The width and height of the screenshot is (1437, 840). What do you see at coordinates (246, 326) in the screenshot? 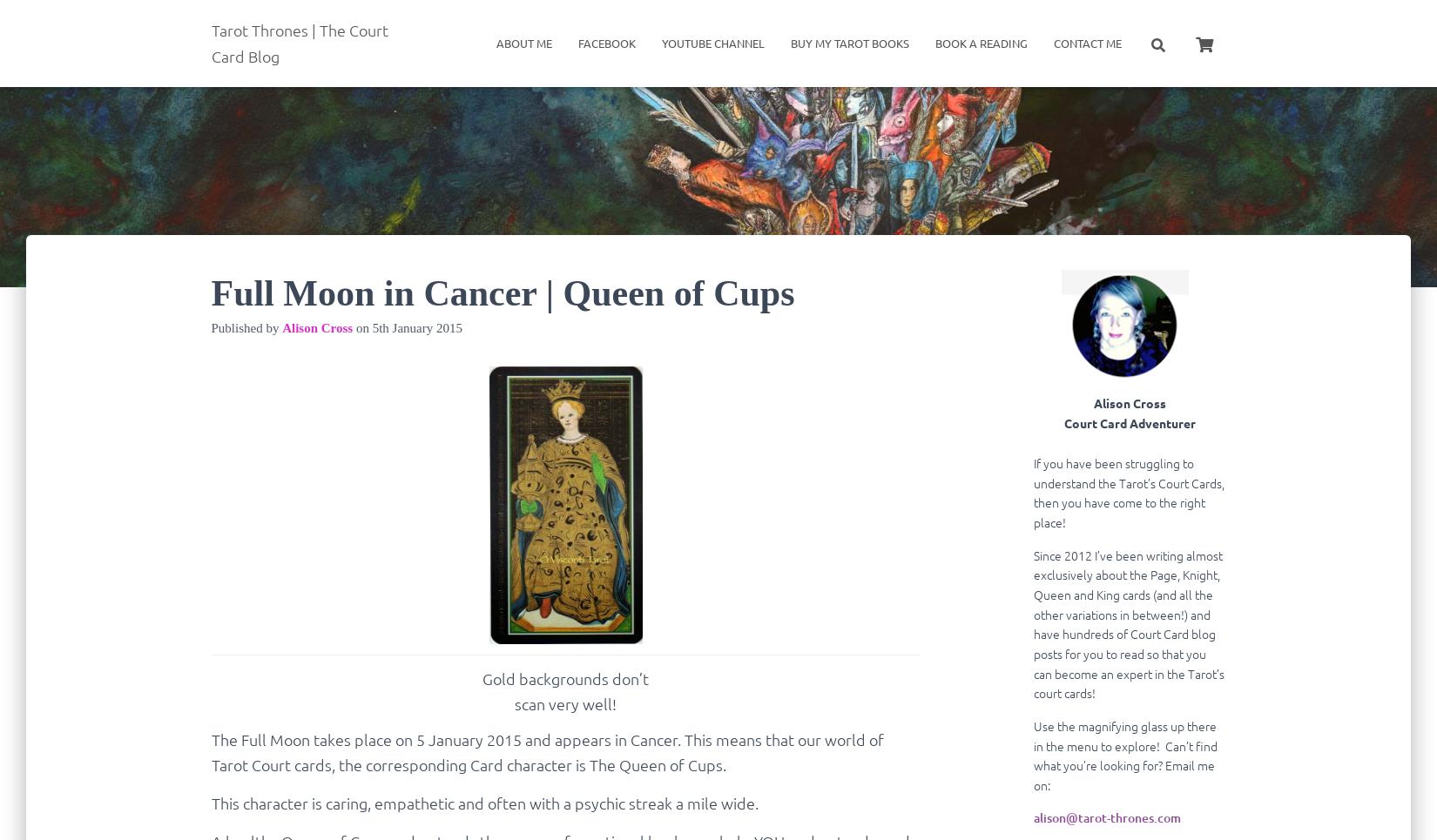
I see `'Published by'` at bounding box center [246, 326].